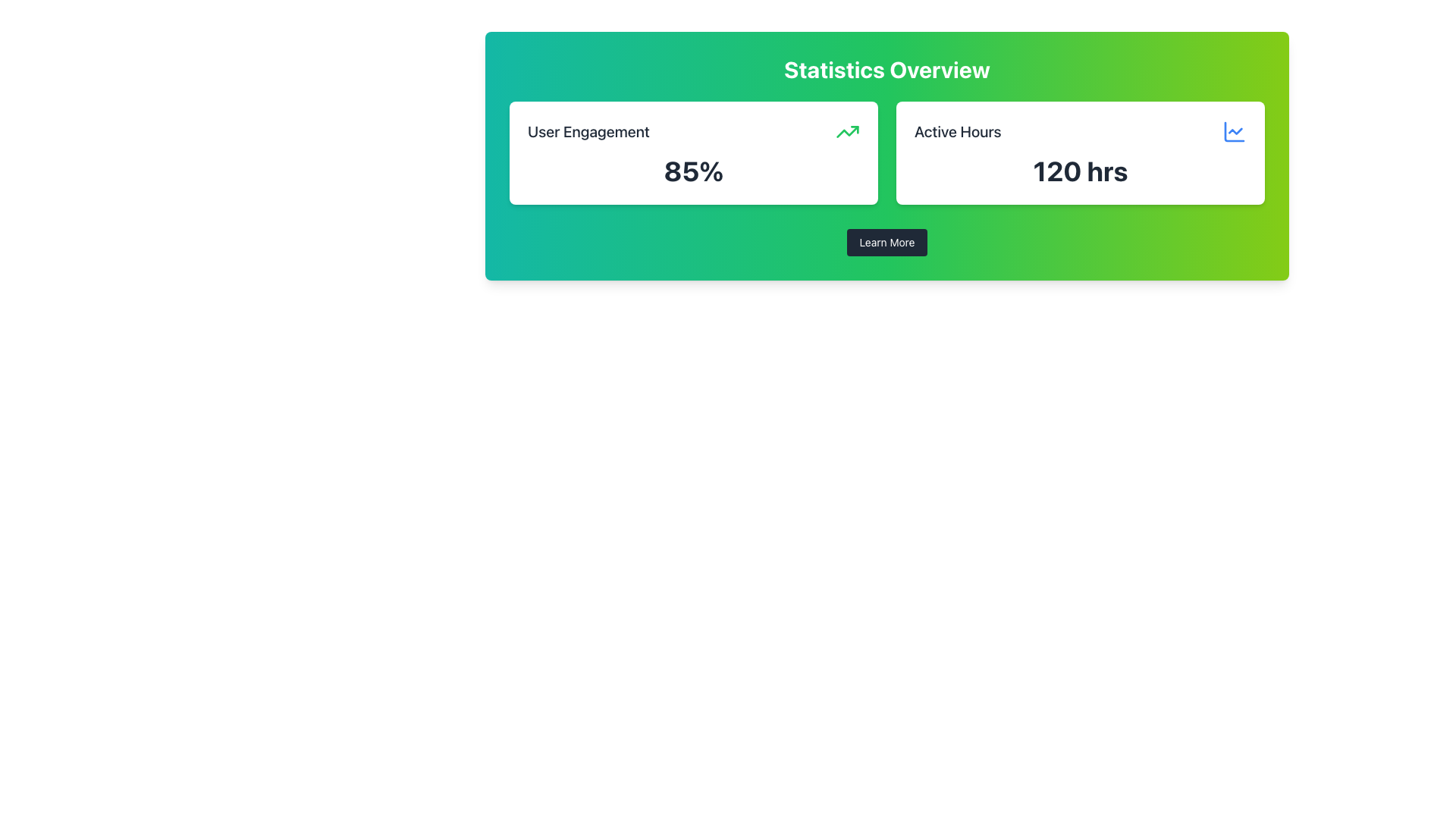  What do you see at coordinates (588, 130) in the screenshot?
I see `the text label that reads 'User Engagement', styled with a medium-sized bold font in dark color, located at the top-left corner of the user statistics card` at bounding box center [588, 130].